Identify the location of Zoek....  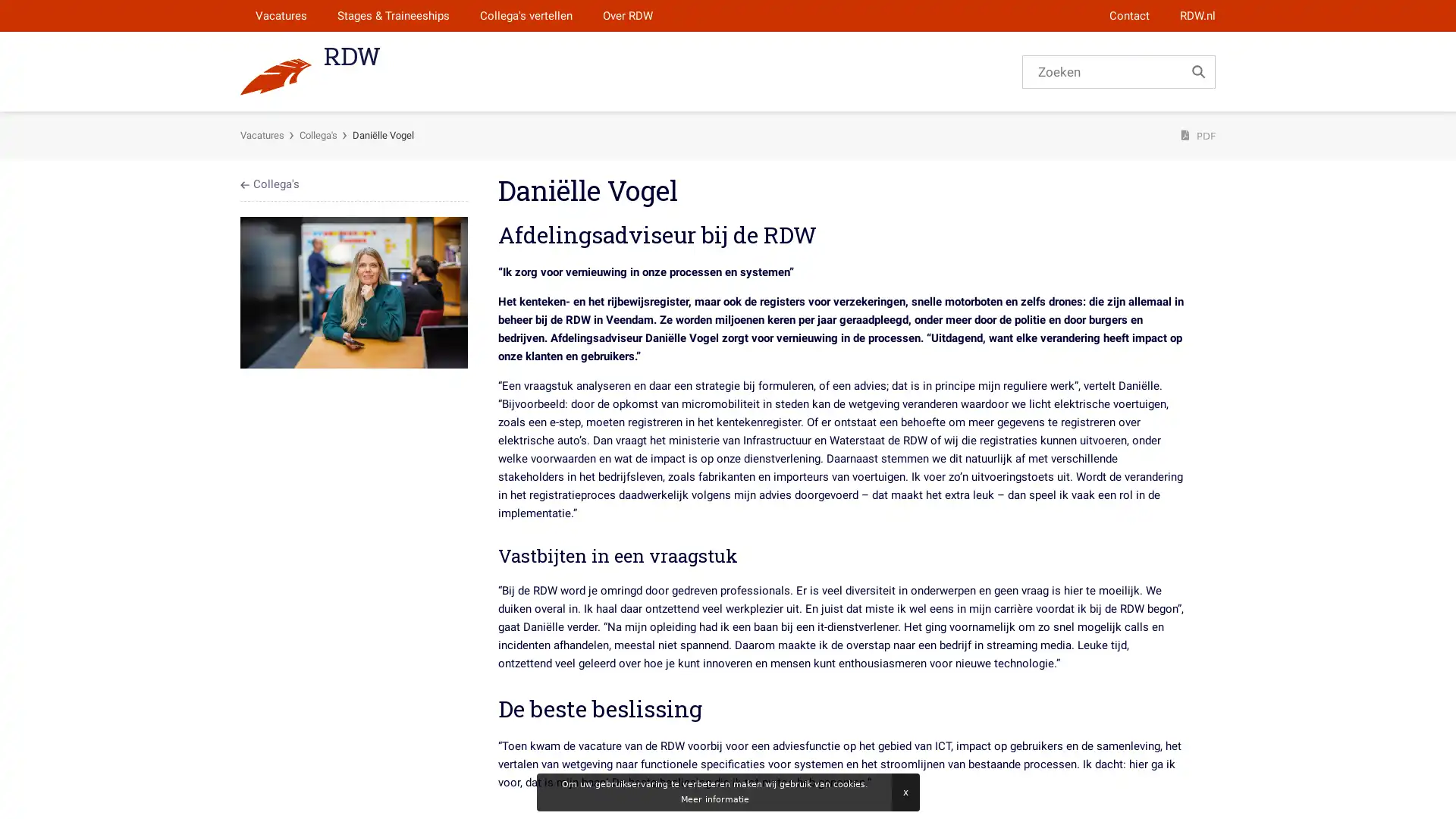
(1197, 71).